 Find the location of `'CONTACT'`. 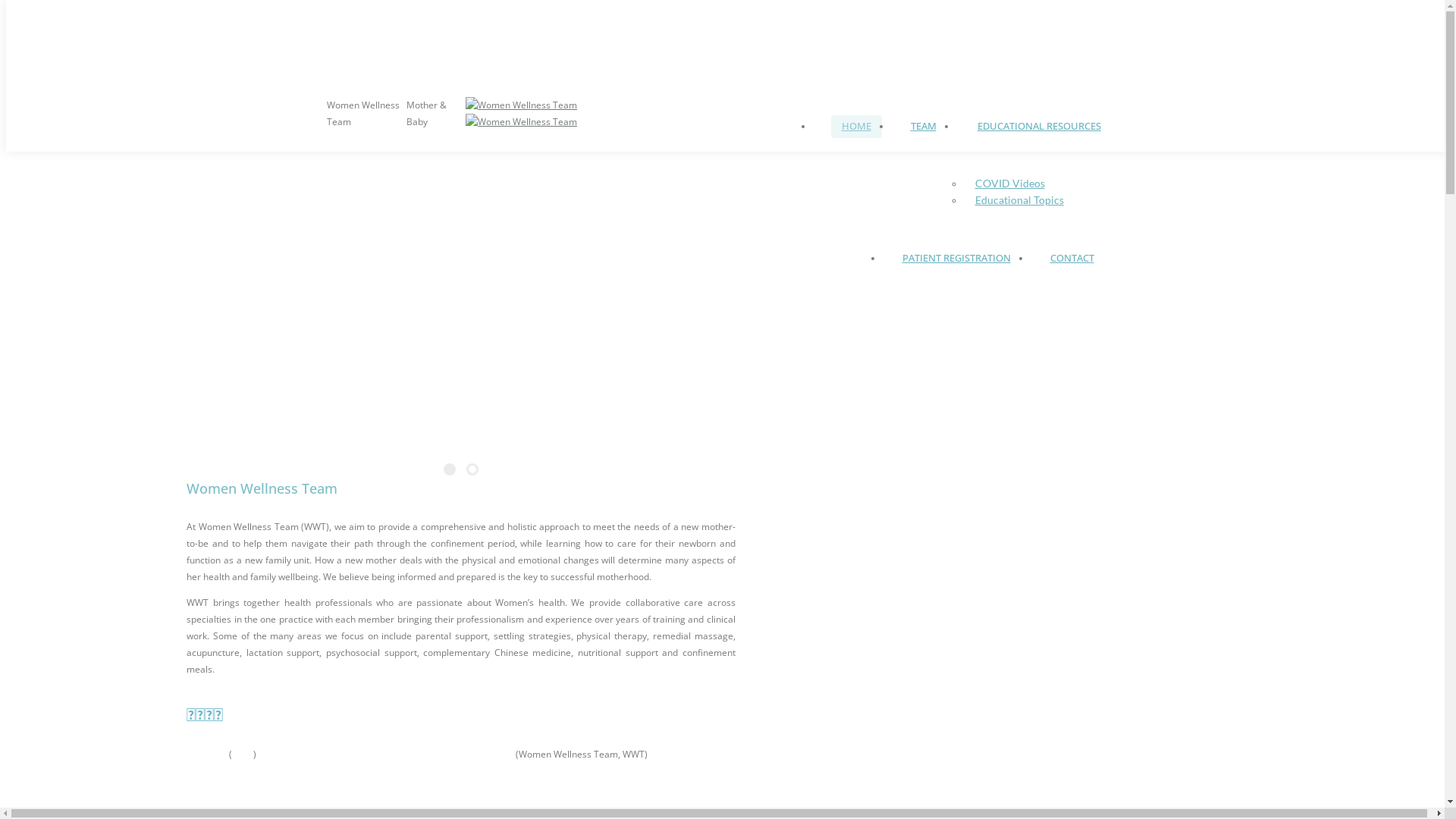

'CONTACT' is located at coordinates (1070, 257).